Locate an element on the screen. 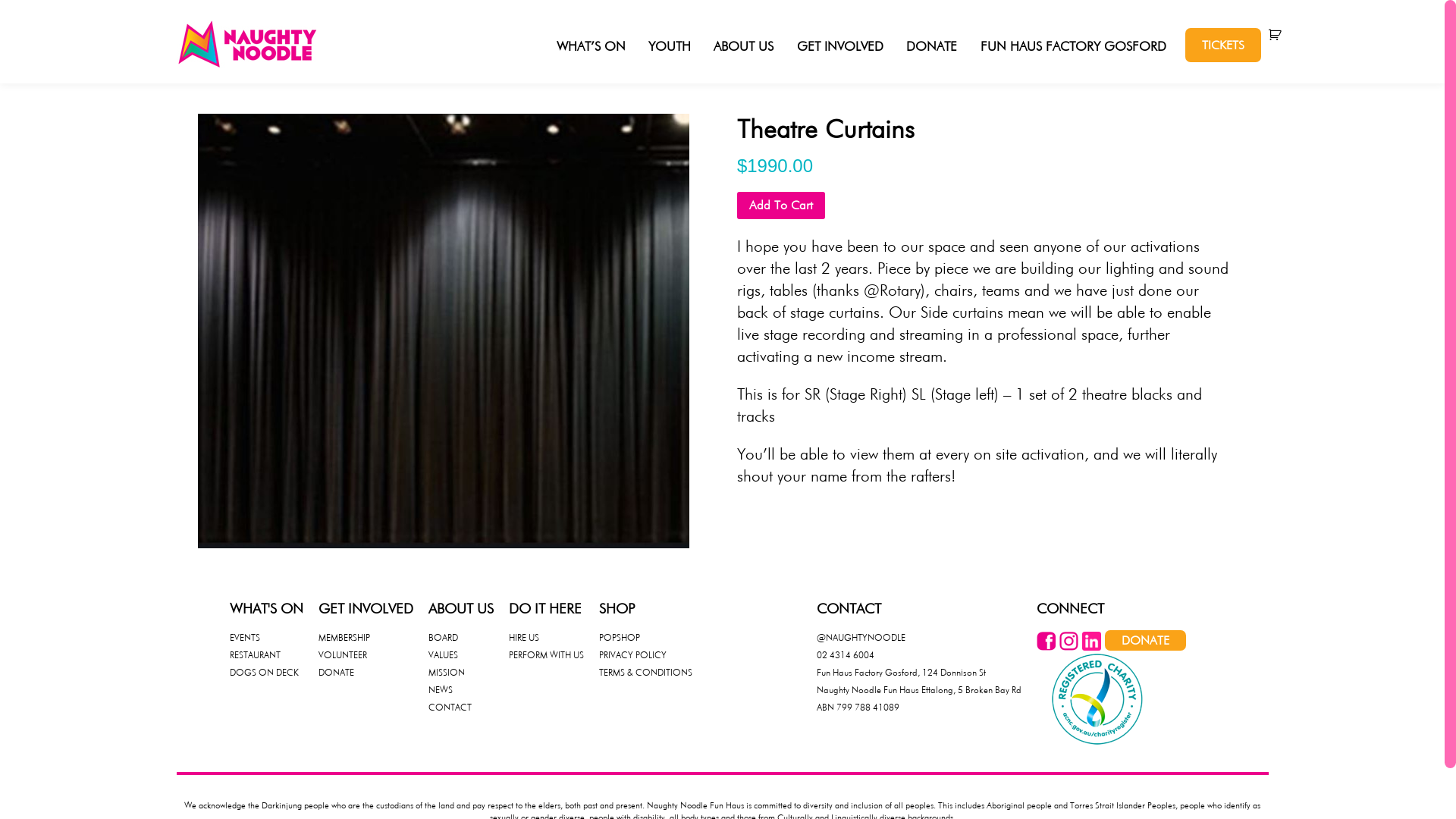 The image size is (1456, 819). 'Add To Cart' is located at coordinates (781, 205).